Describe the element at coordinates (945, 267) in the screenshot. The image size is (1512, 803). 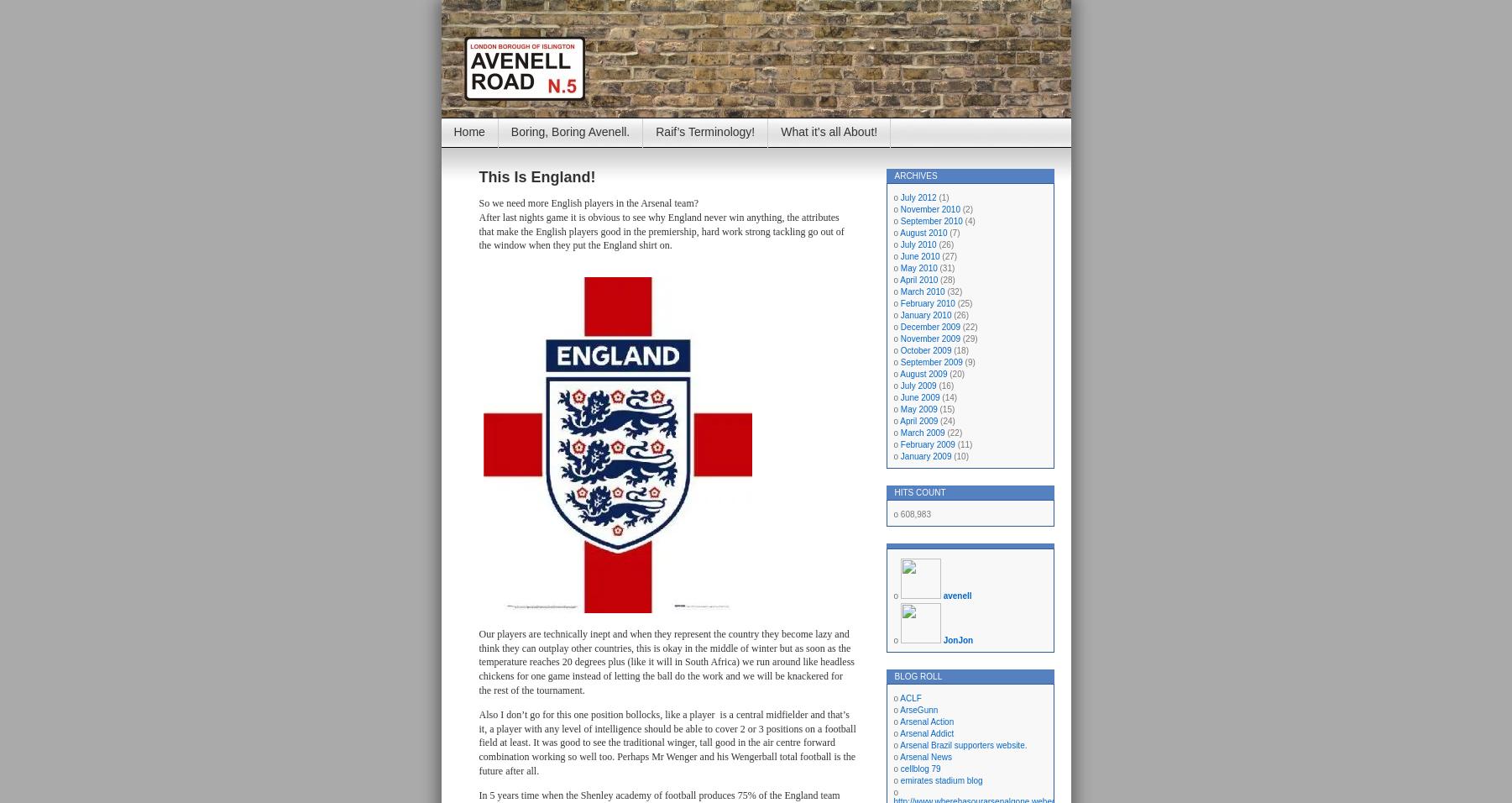
I see `'(31)'` at that location.